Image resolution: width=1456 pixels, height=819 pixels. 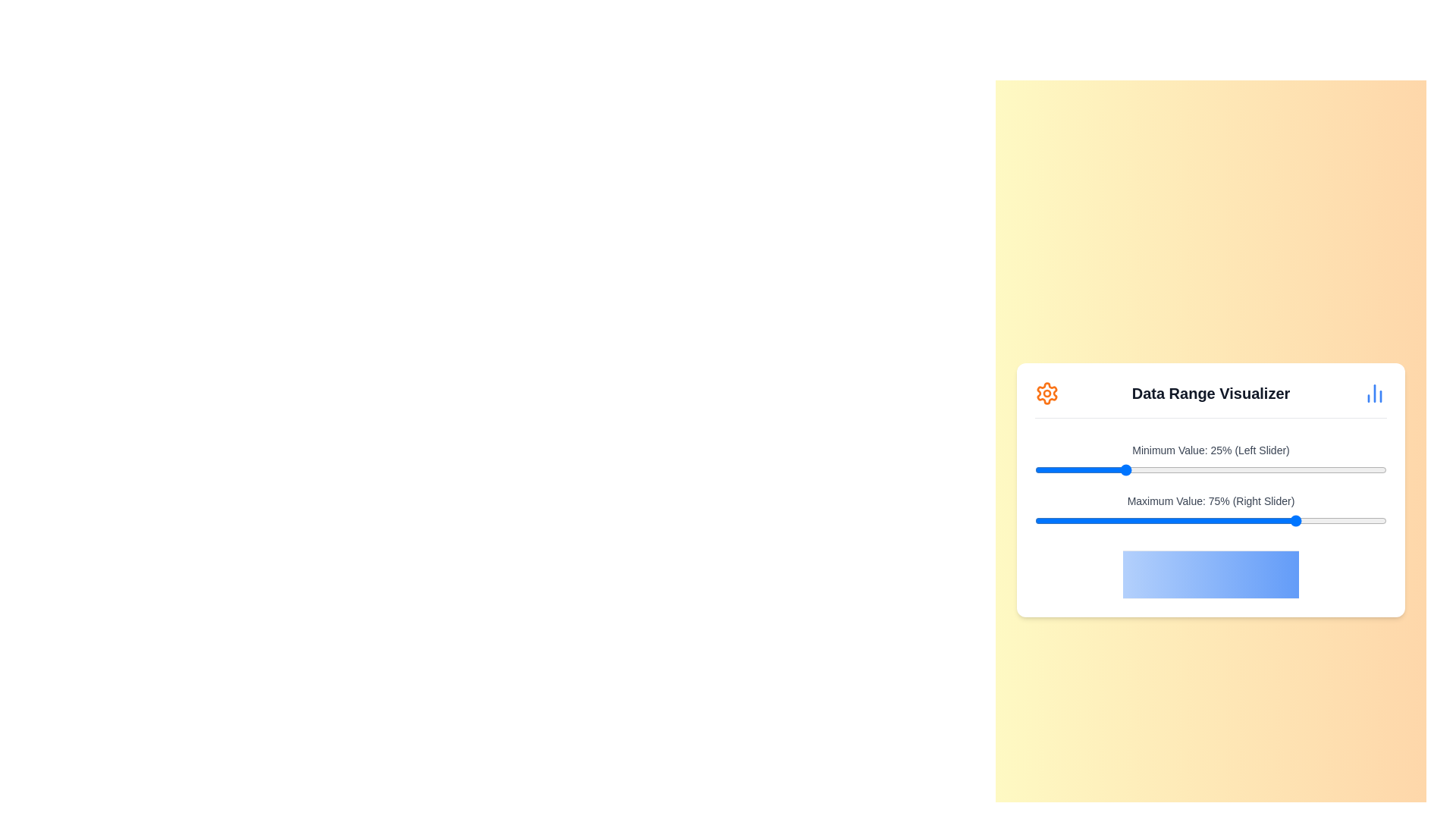 I want to click on the settings icon located in the upper left corner of the card's header area, so click(x=1046, y=391).